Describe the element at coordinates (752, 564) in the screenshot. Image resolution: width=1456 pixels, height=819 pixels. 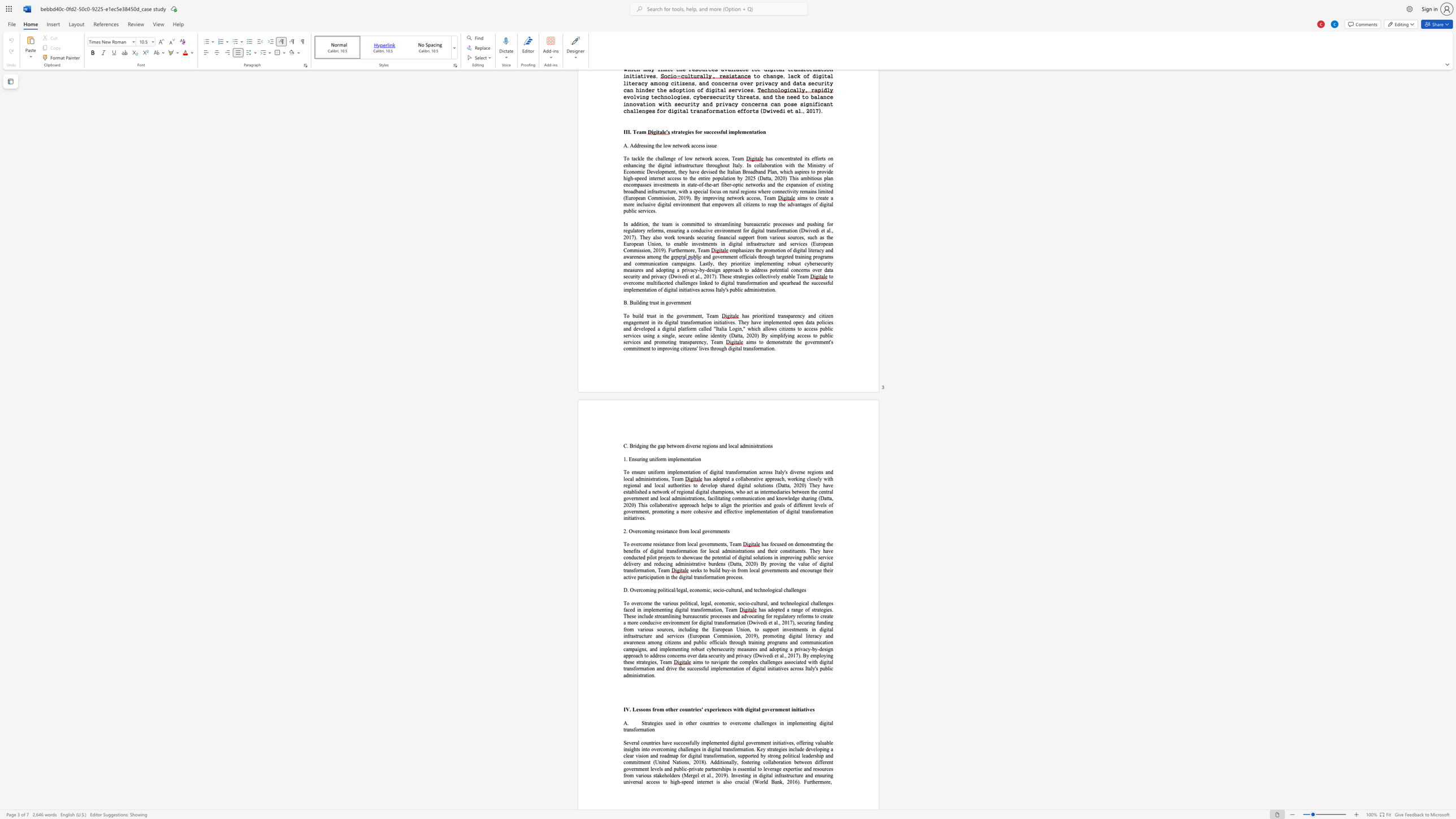
I see `the 2th character "2" in the text` at that location.